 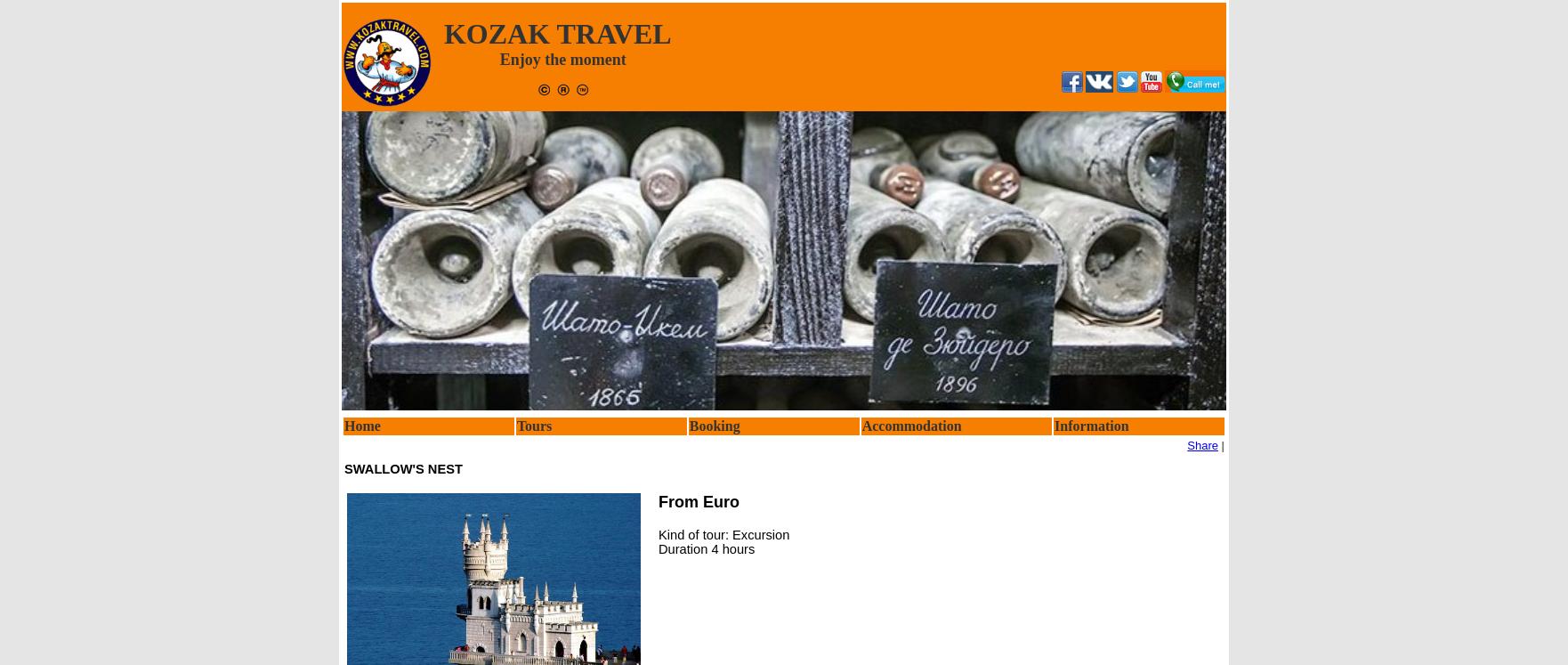 I want to click on 'Contact', so click(x=1056, y=444).